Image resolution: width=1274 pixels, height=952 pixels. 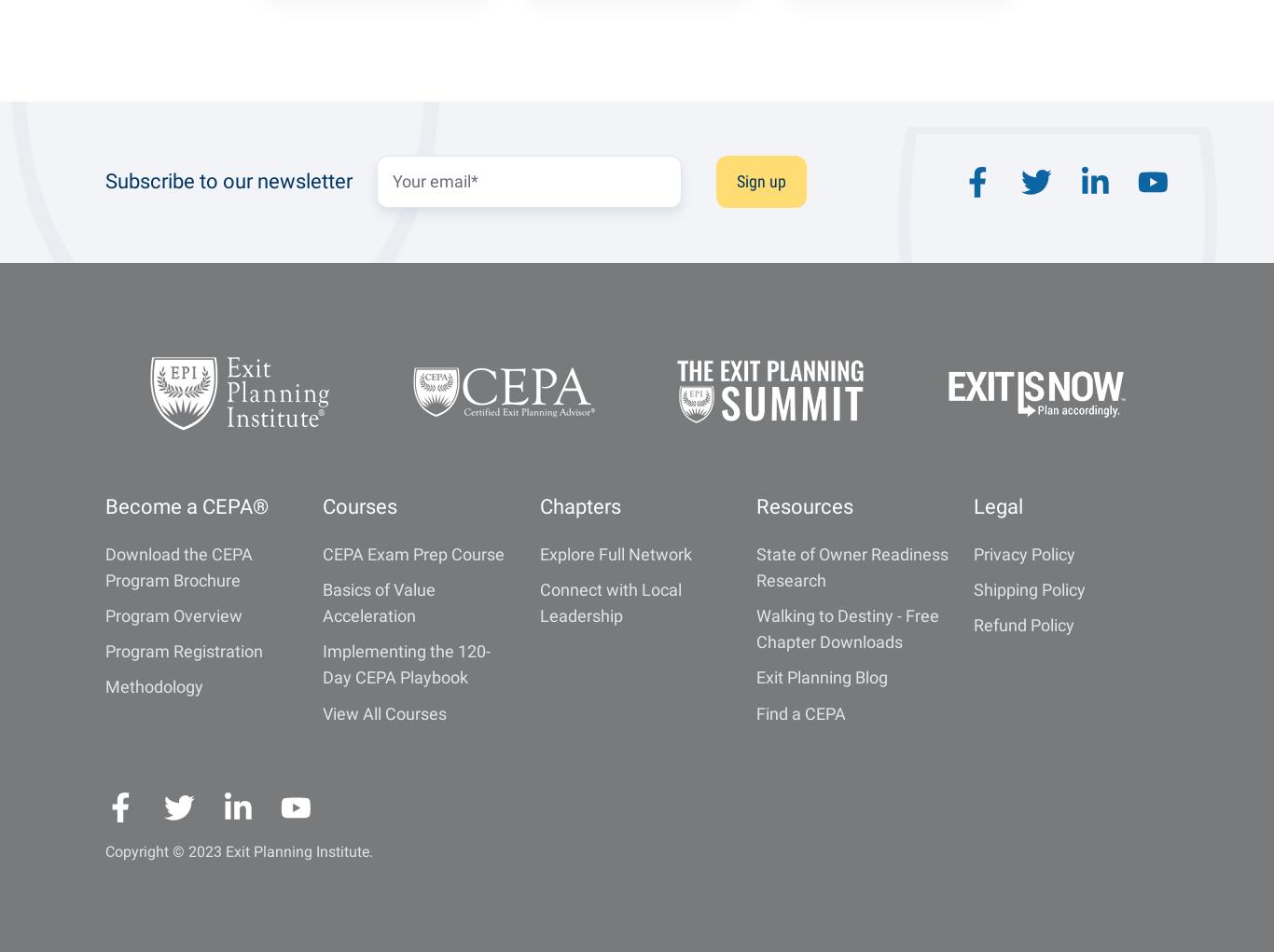 What do you see at coordinates (104, 651) in the screenshot?
I see `'Program Registration'` at bounding box center [104, 651].